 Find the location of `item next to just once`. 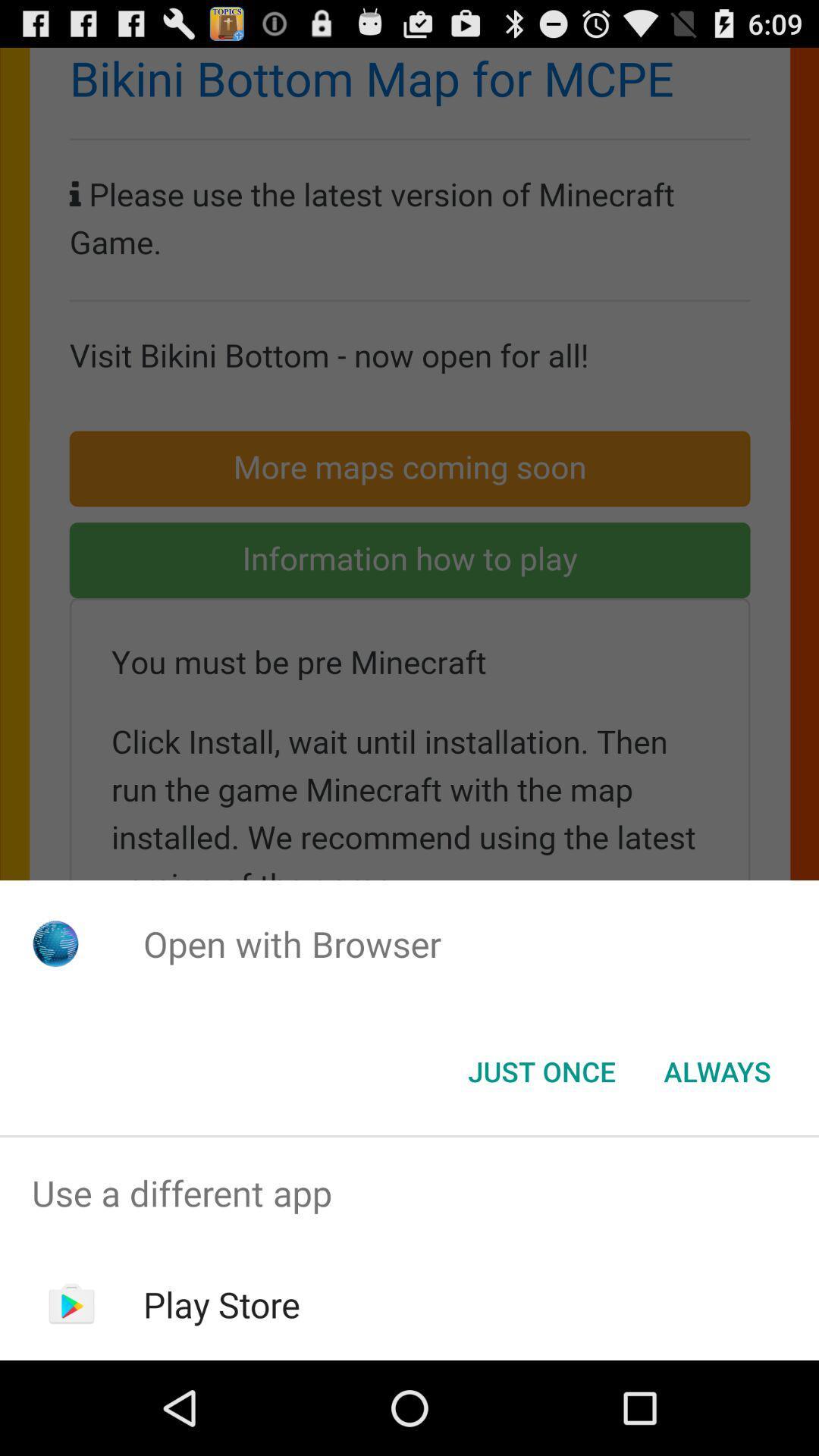

item next to just once is located at coordinates (717, 1070).